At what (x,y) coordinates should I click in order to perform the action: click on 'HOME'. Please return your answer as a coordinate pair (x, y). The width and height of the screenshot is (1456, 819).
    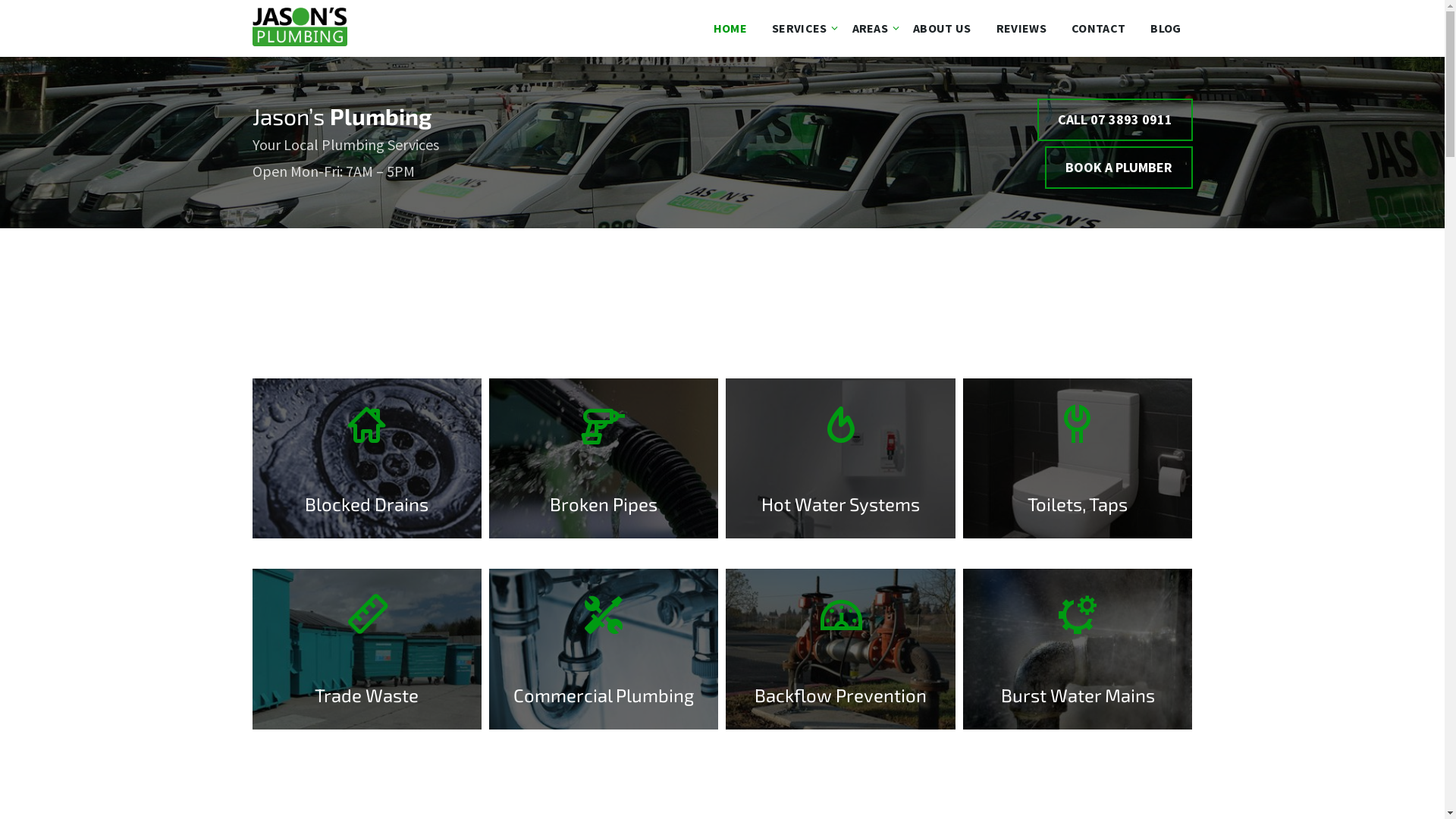
    Looking at the image, I should click on (730, 28).